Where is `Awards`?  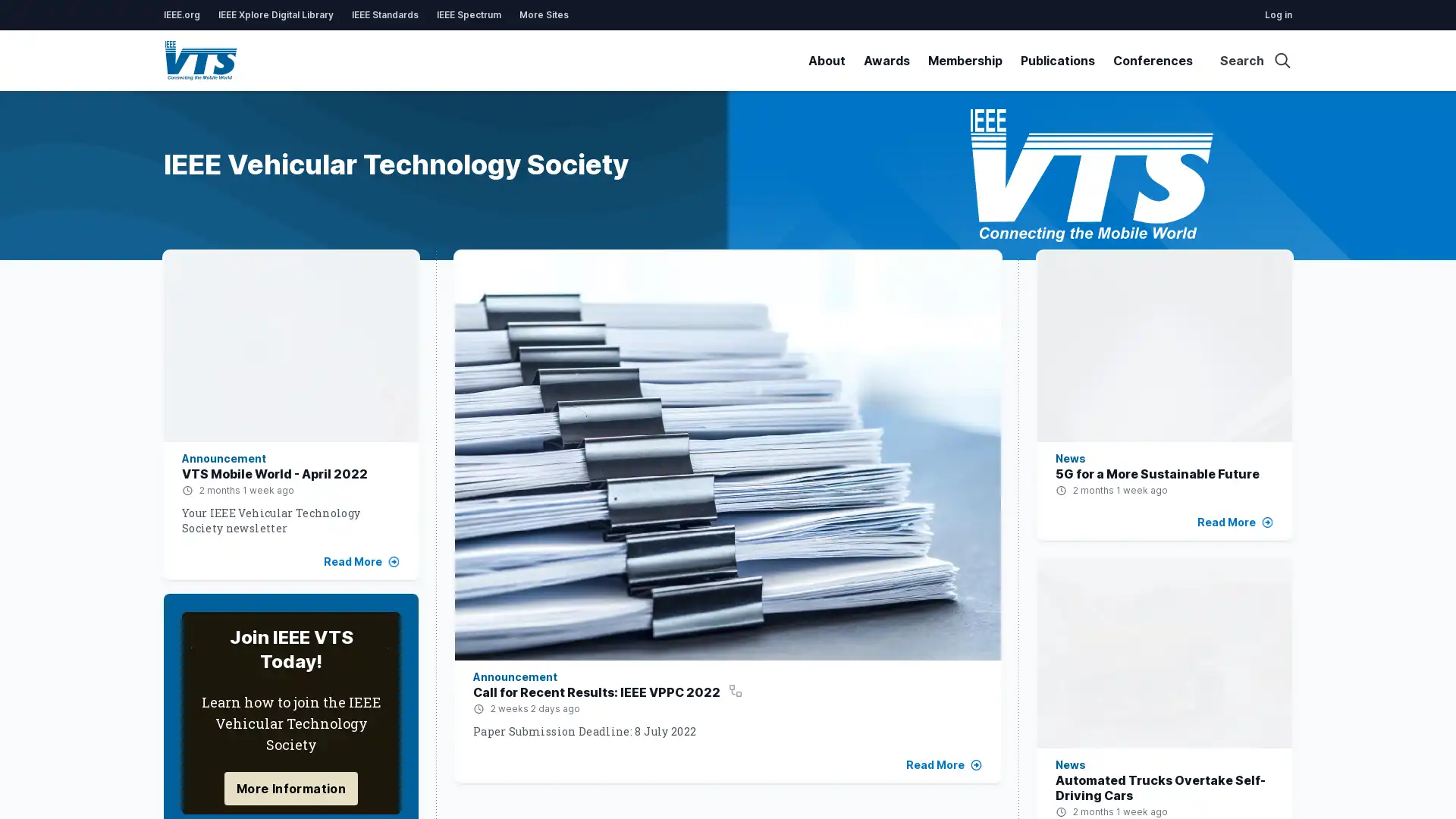 Awards is located at coordinates (886, 60).